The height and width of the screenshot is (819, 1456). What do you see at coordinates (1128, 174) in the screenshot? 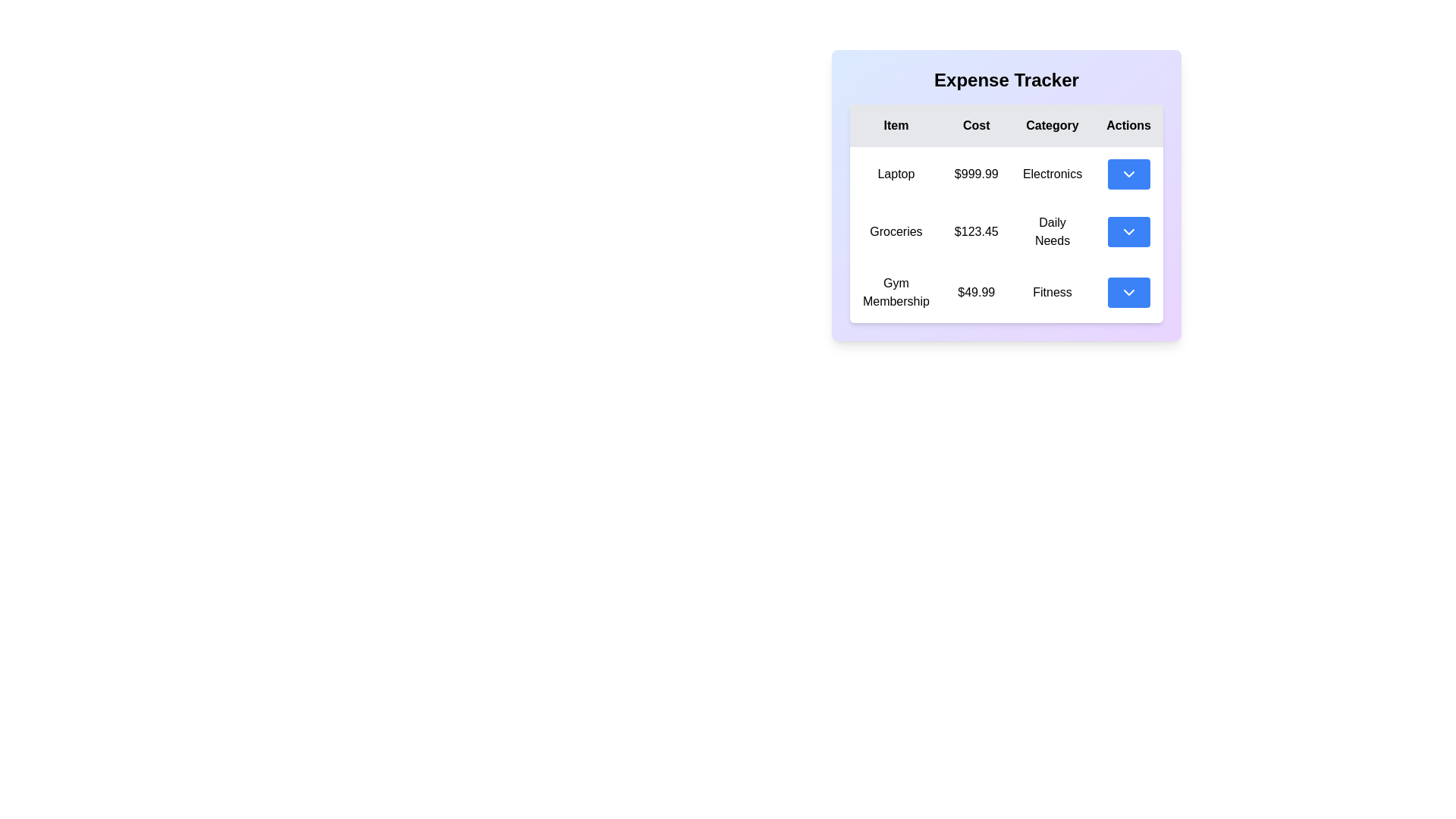
I see `the Dropdown indicator icon, which is a downward-facing chevron icon located in a blue rounded button in the last column of the first row of the table under the 'Actions' column` at bounding box center [1128, 174].